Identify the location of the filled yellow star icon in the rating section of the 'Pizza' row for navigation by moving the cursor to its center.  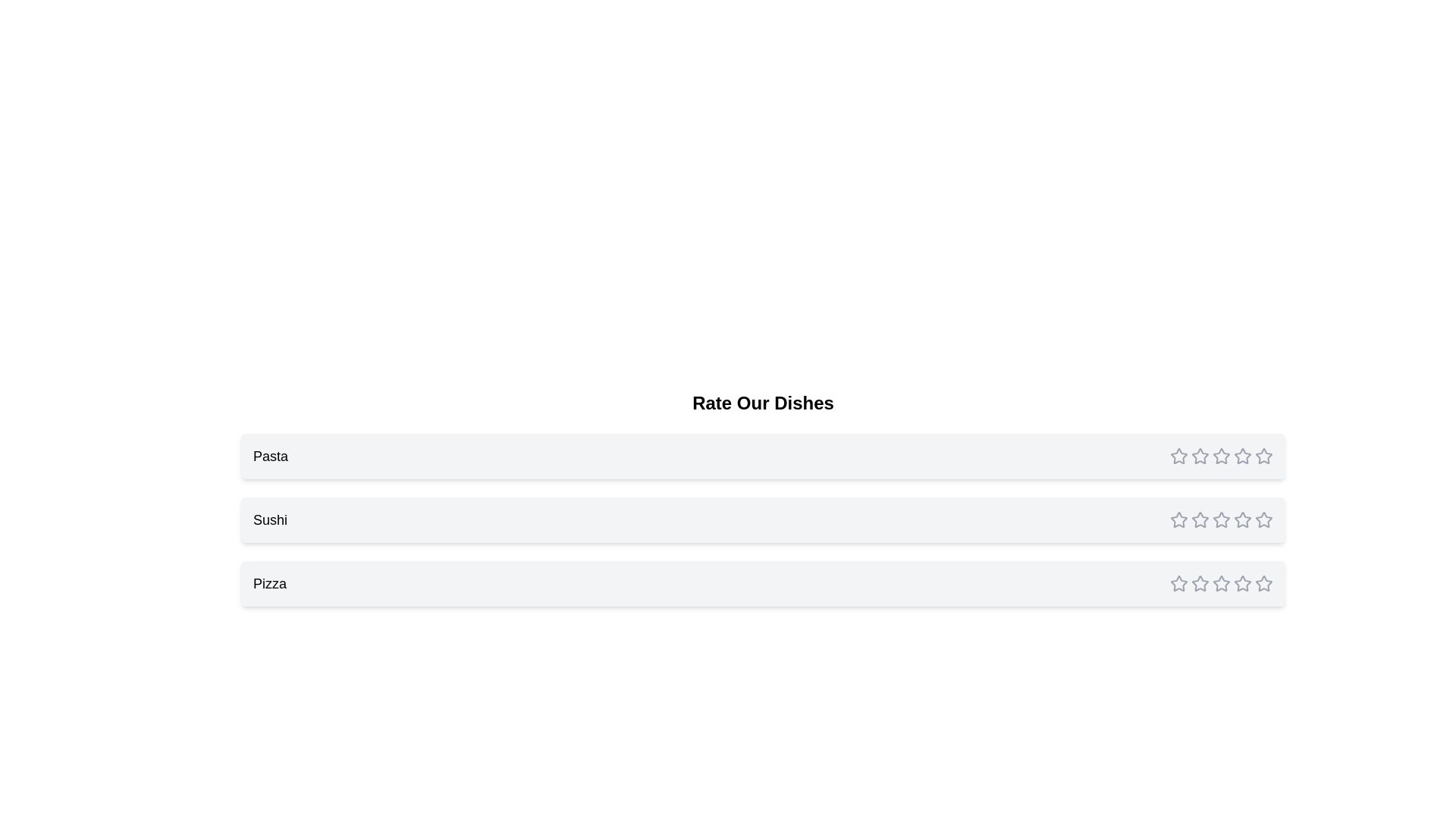
(1178, 583).